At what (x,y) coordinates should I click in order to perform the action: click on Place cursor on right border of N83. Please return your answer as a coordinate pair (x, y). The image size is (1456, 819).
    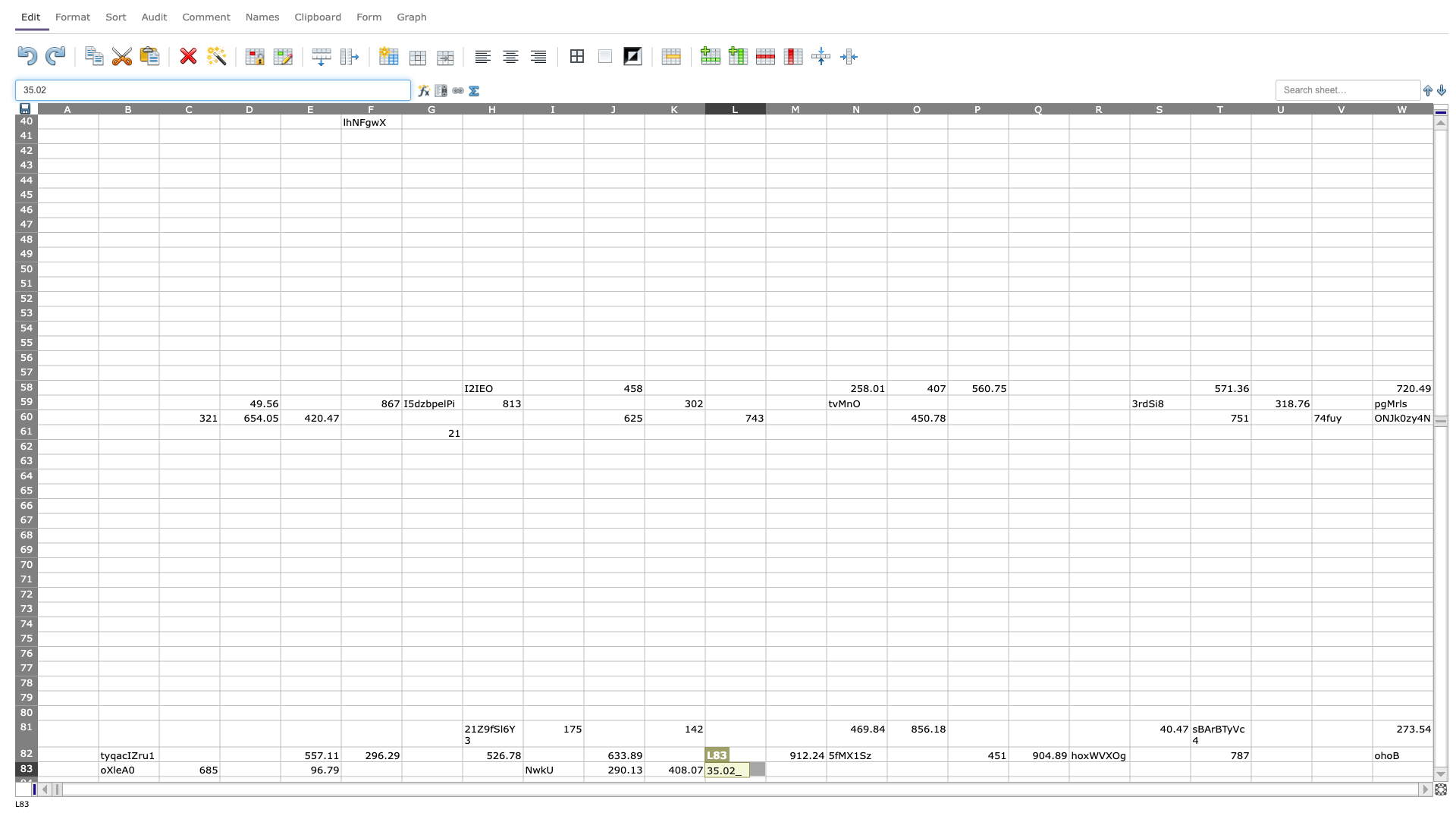
    Looking at the image, I should click on (887, 769).